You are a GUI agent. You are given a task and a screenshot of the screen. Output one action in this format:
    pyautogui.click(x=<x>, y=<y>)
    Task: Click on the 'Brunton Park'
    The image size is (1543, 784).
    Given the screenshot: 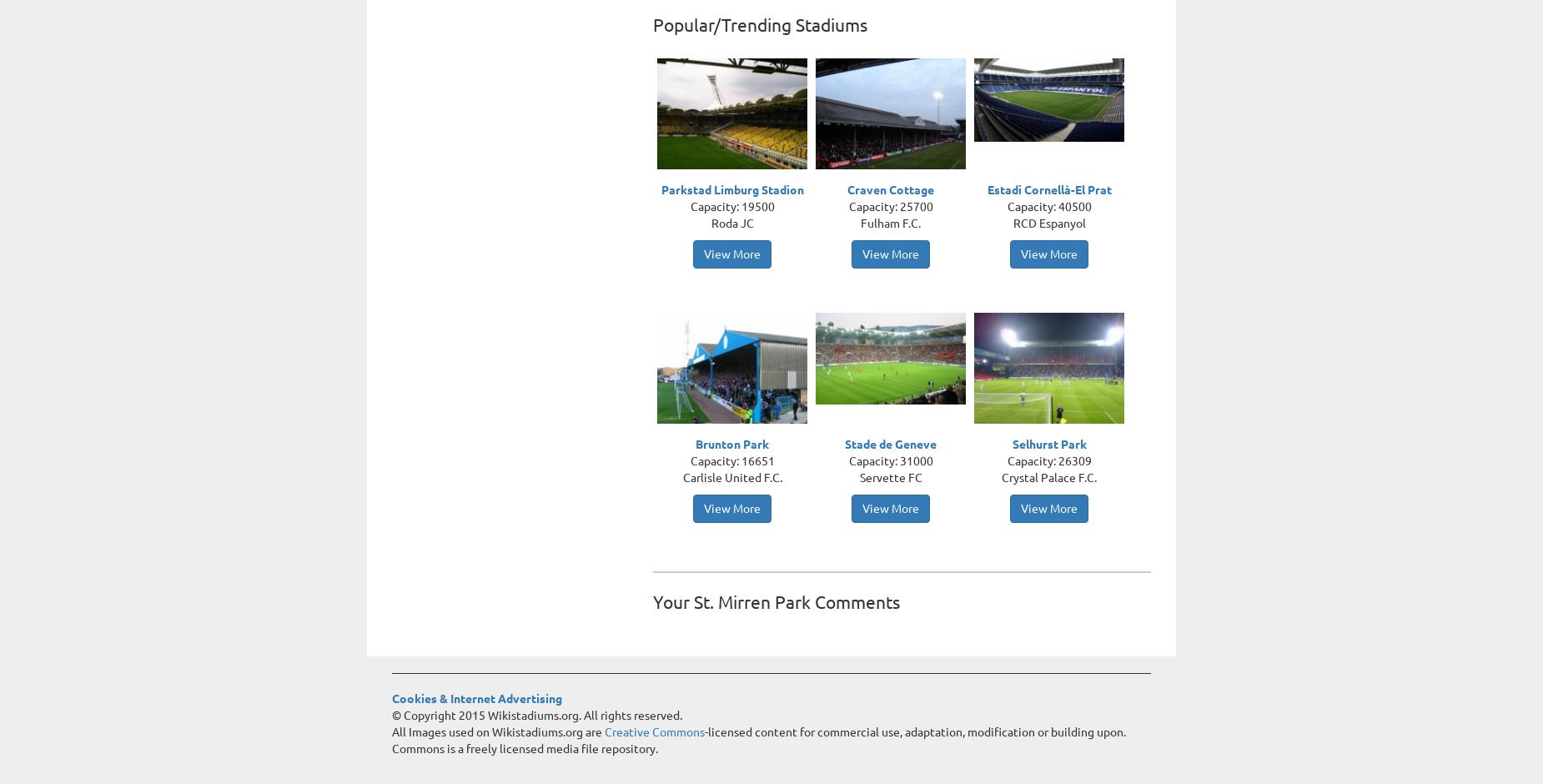 What is the action you would take?
    pyautogui.click(x=732, y=443)
    